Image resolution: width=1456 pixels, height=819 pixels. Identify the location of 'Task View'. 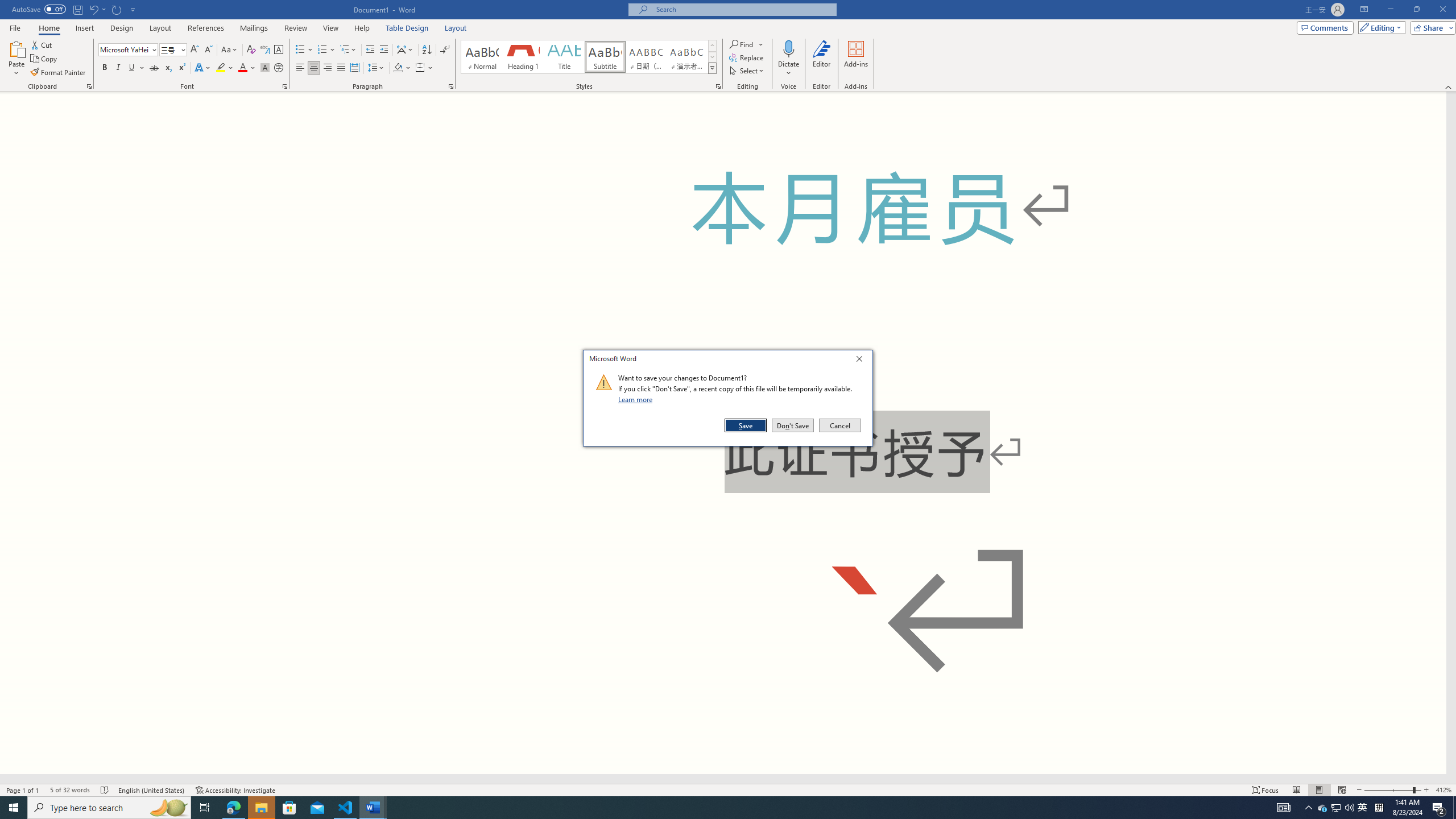
(204, 806).